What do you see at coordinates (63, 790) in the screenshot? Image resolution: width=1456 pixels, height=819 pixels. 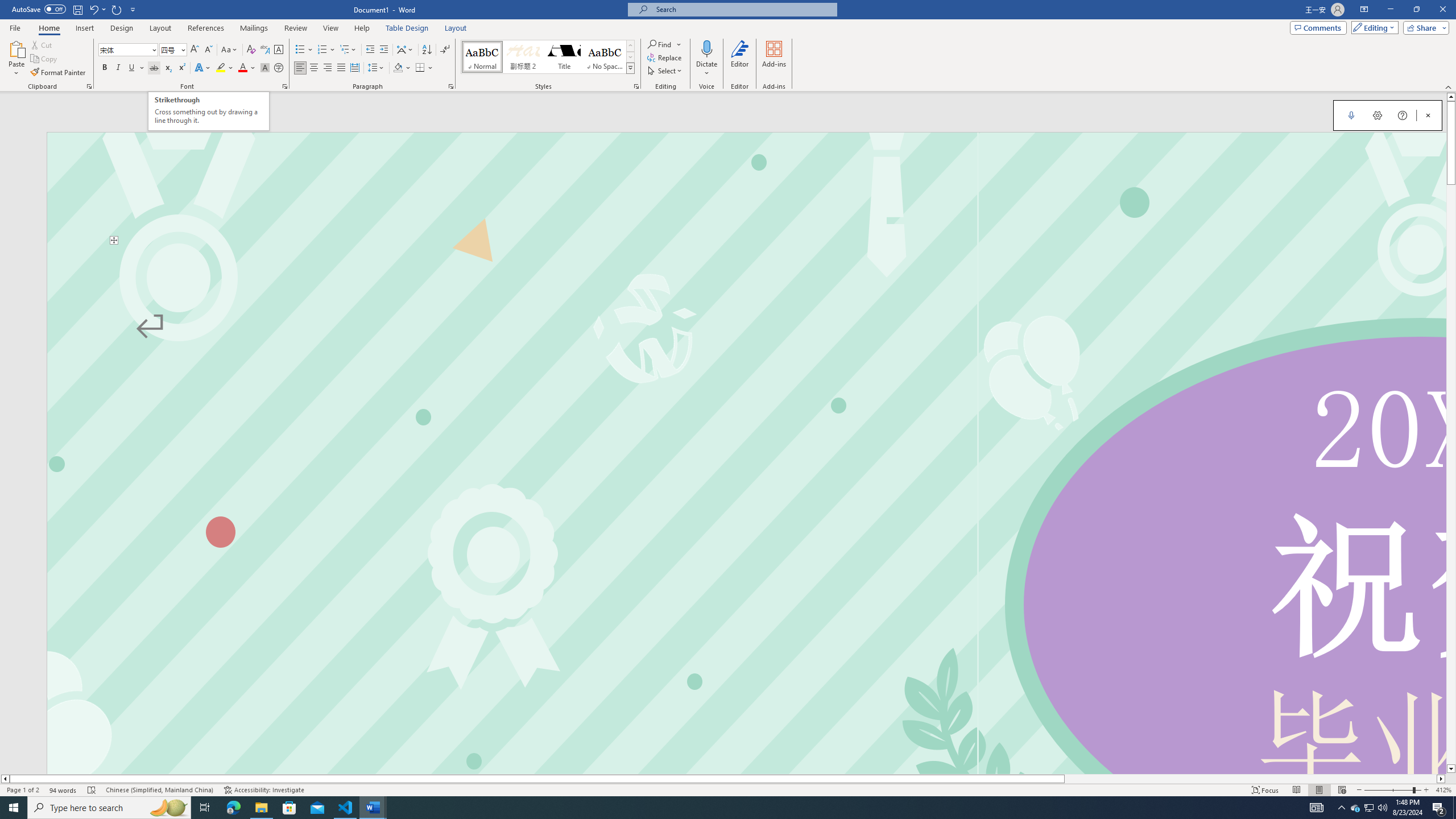 I see `'Word Count 94 words'` at bounding box center [63, 790].